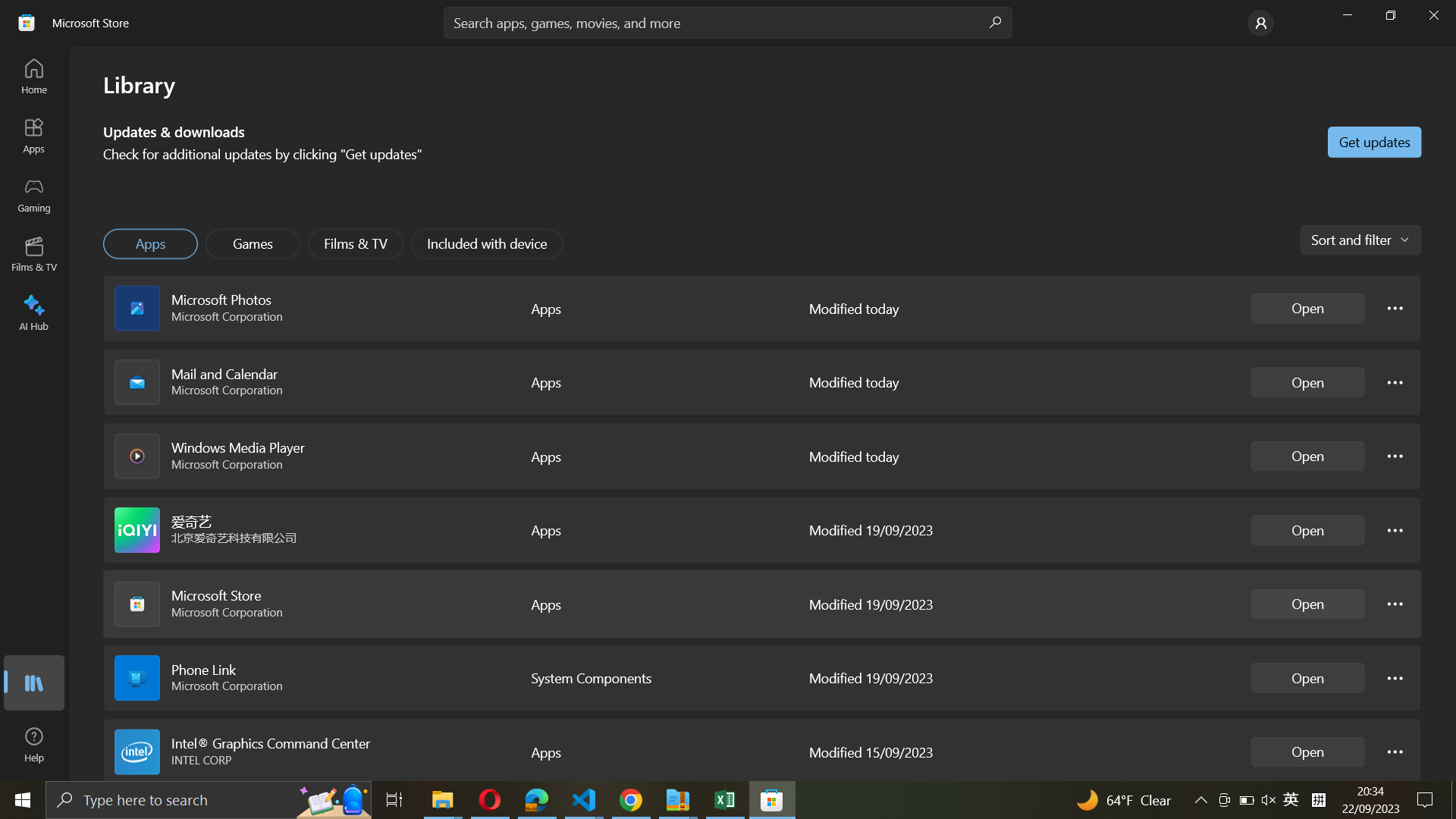 This screenshot has width=1456, height=819. Describe the element at coordinates (1307, 604) in the screenshot. I see `Microsoft Store` at that location.